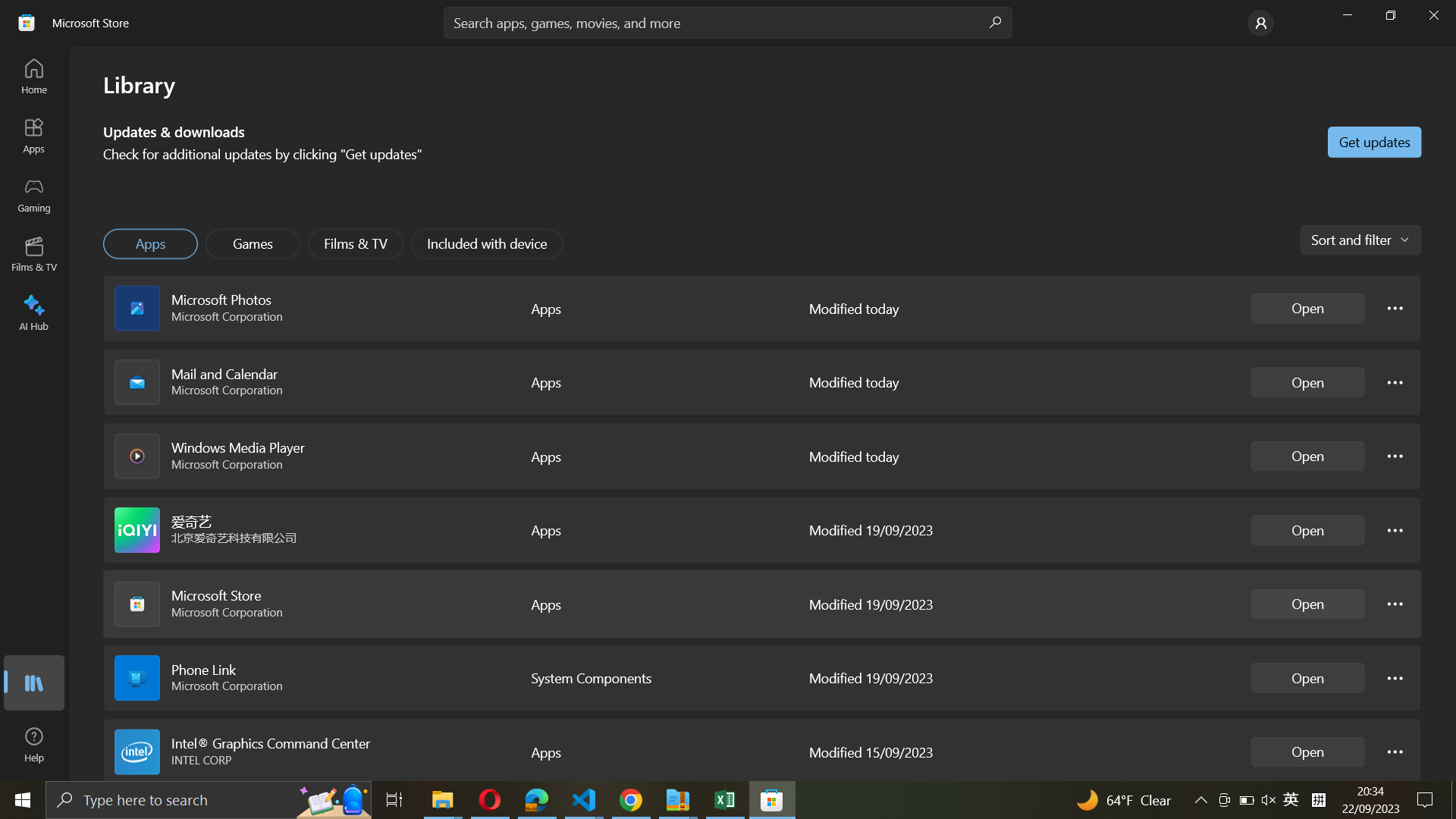 This screenshot has width=1456, height=819. Describe the element at coordinates (1307, 604) in the screenshot. I see `Microsoft Store` at that location.